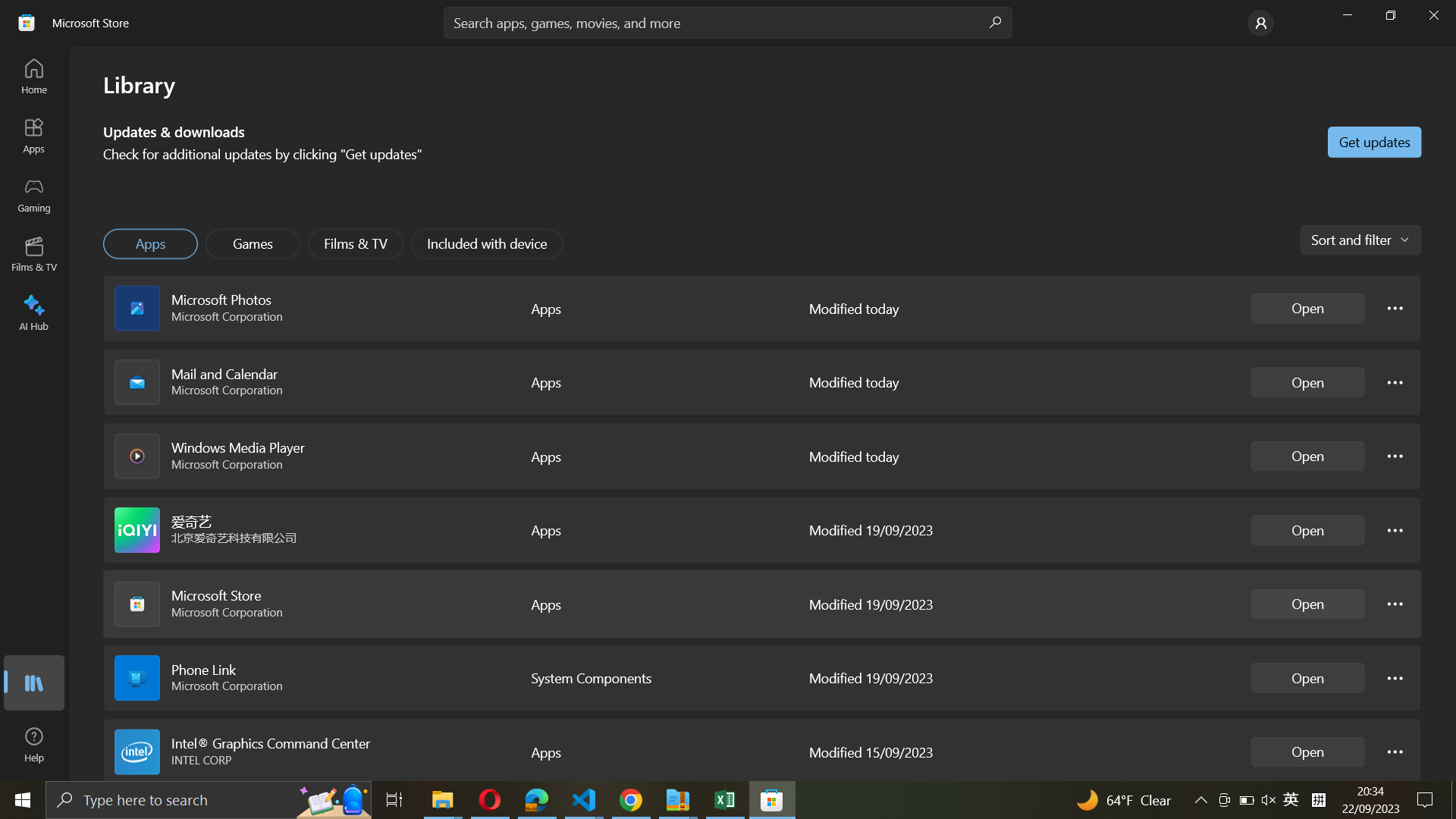 This screenshot has width=1456, height=819. Describe the element at coordinates (1307, 604) in the screenshot. I see `Microsoft Store` at that location.